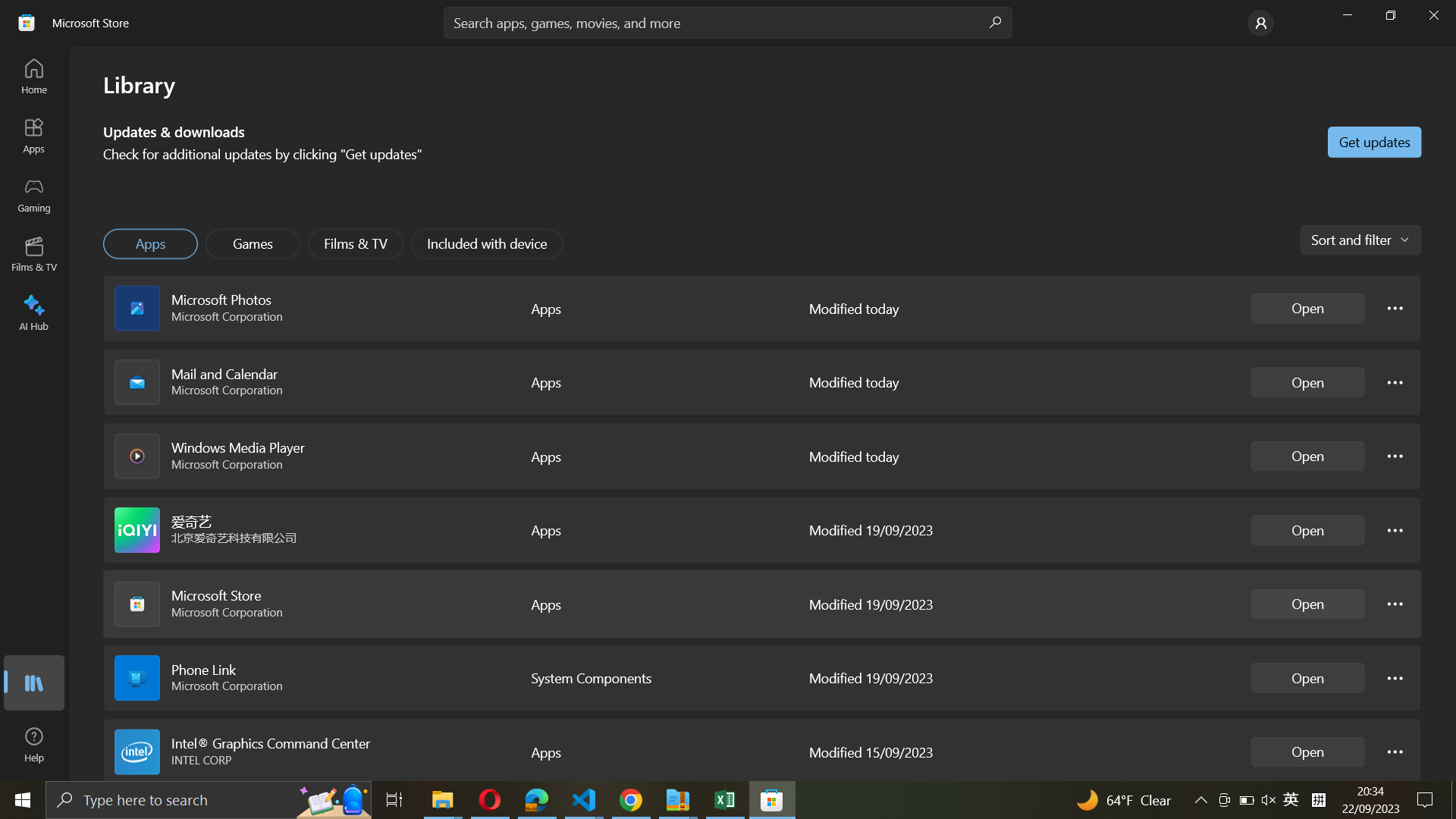 This screenshot has width=1456, height=819. Describe the element at coordinates (1307, 604) in the screenshot. I see `Microsoft Store` at that location.